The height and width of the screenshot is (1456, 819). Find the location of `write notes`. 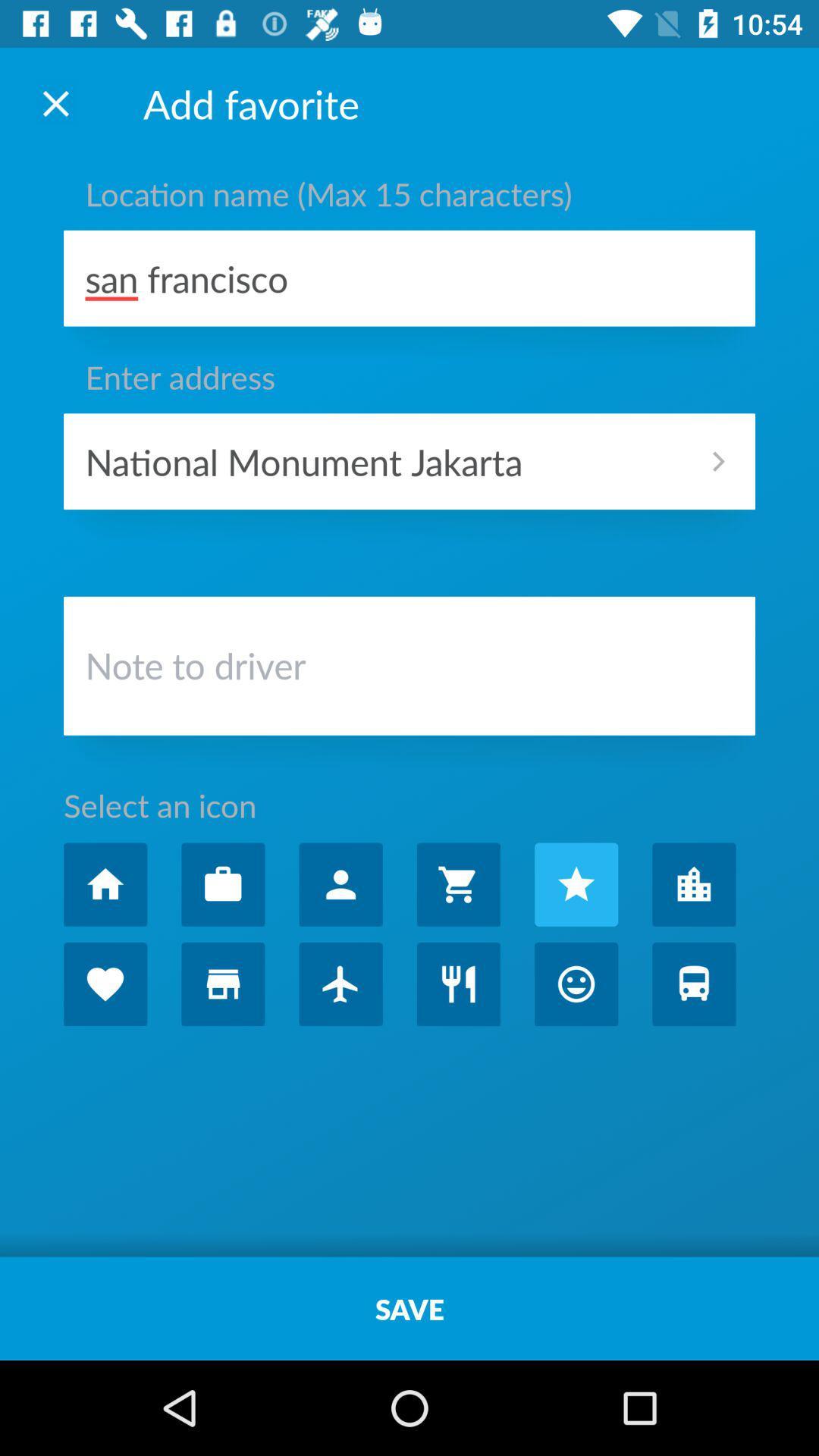

write notes is located at coordinates (409, 669).